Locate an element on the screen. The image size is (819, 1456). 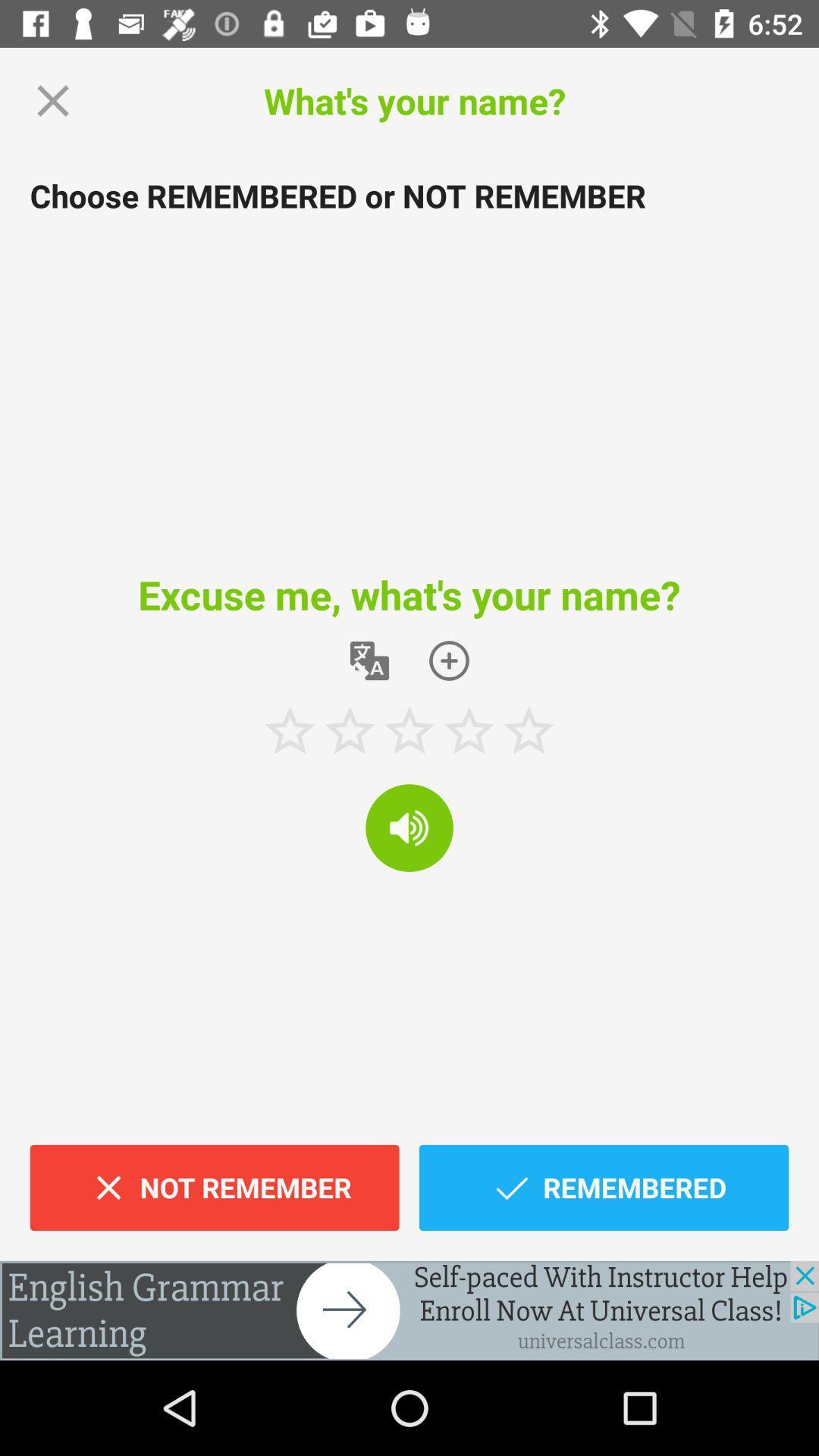
the universal class site is located at coordinates (409, 1310).